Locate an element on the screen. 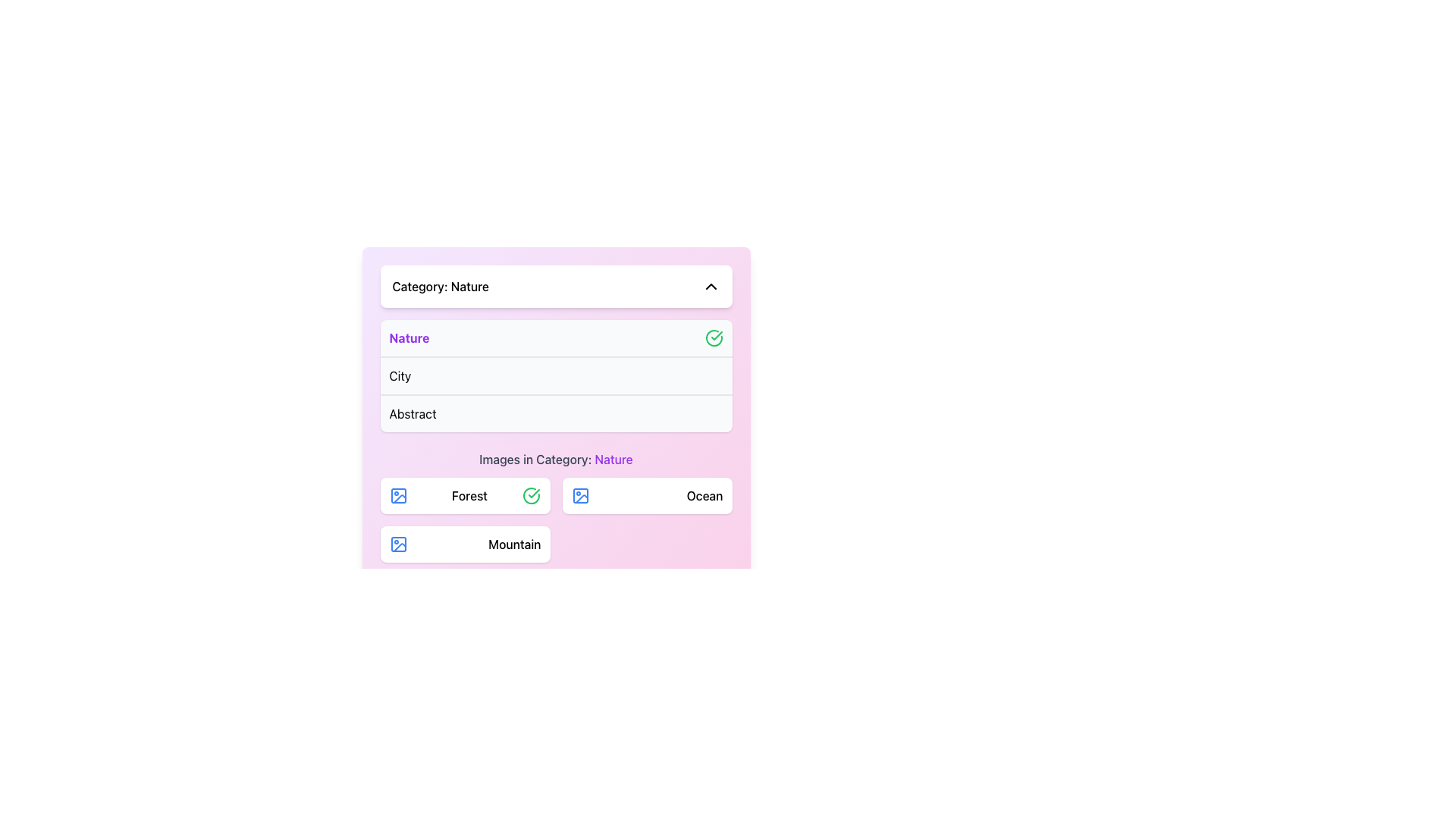  to select the 'Forest' category option in the 'Images in Category: Nature' section, which is the first selectable item in a two-column grid layout is located at coordinates (464, 496).